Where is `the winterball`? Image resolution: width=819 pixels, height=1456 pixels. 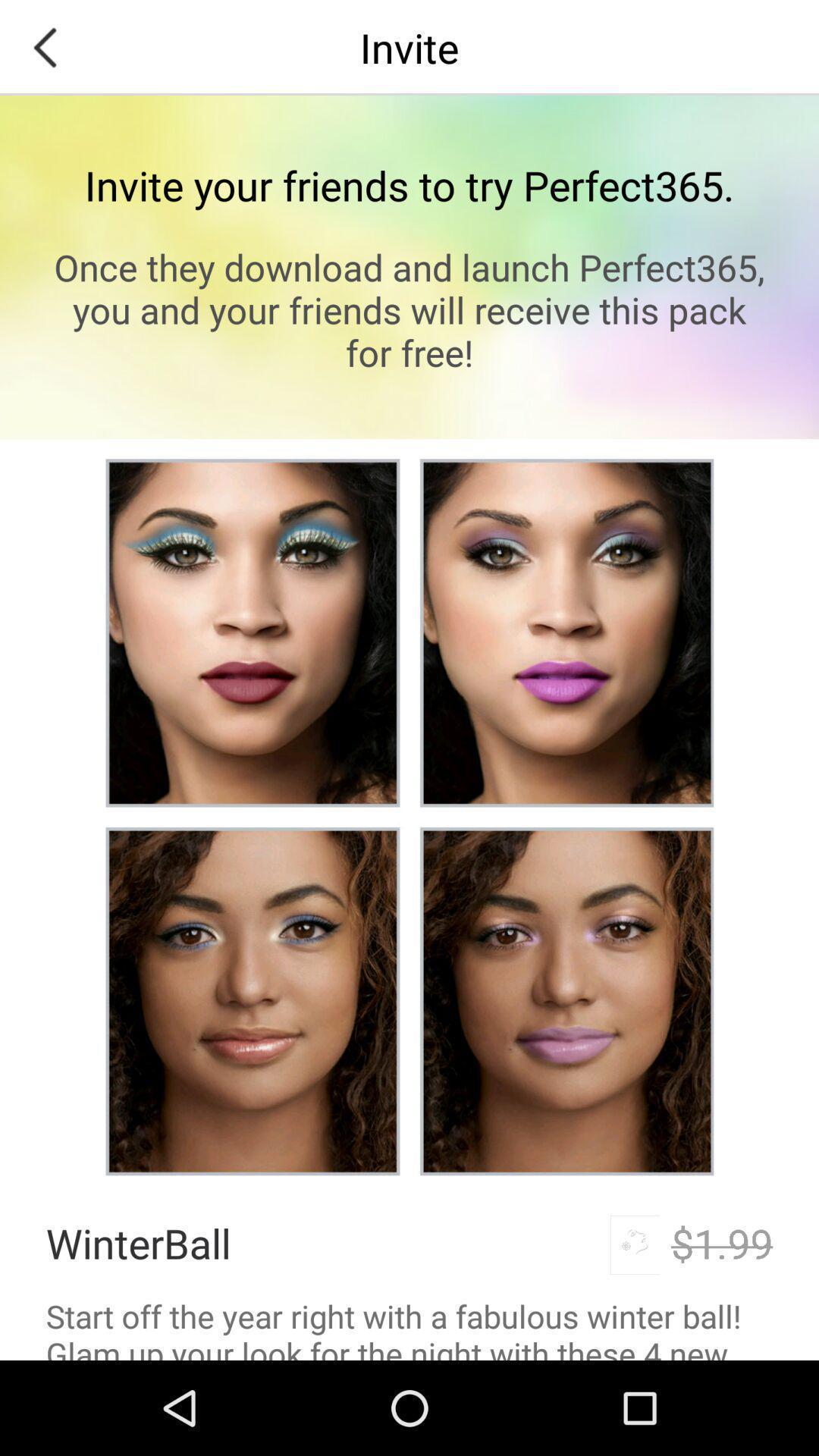 the winterball is located at coordinates (138, 1243).